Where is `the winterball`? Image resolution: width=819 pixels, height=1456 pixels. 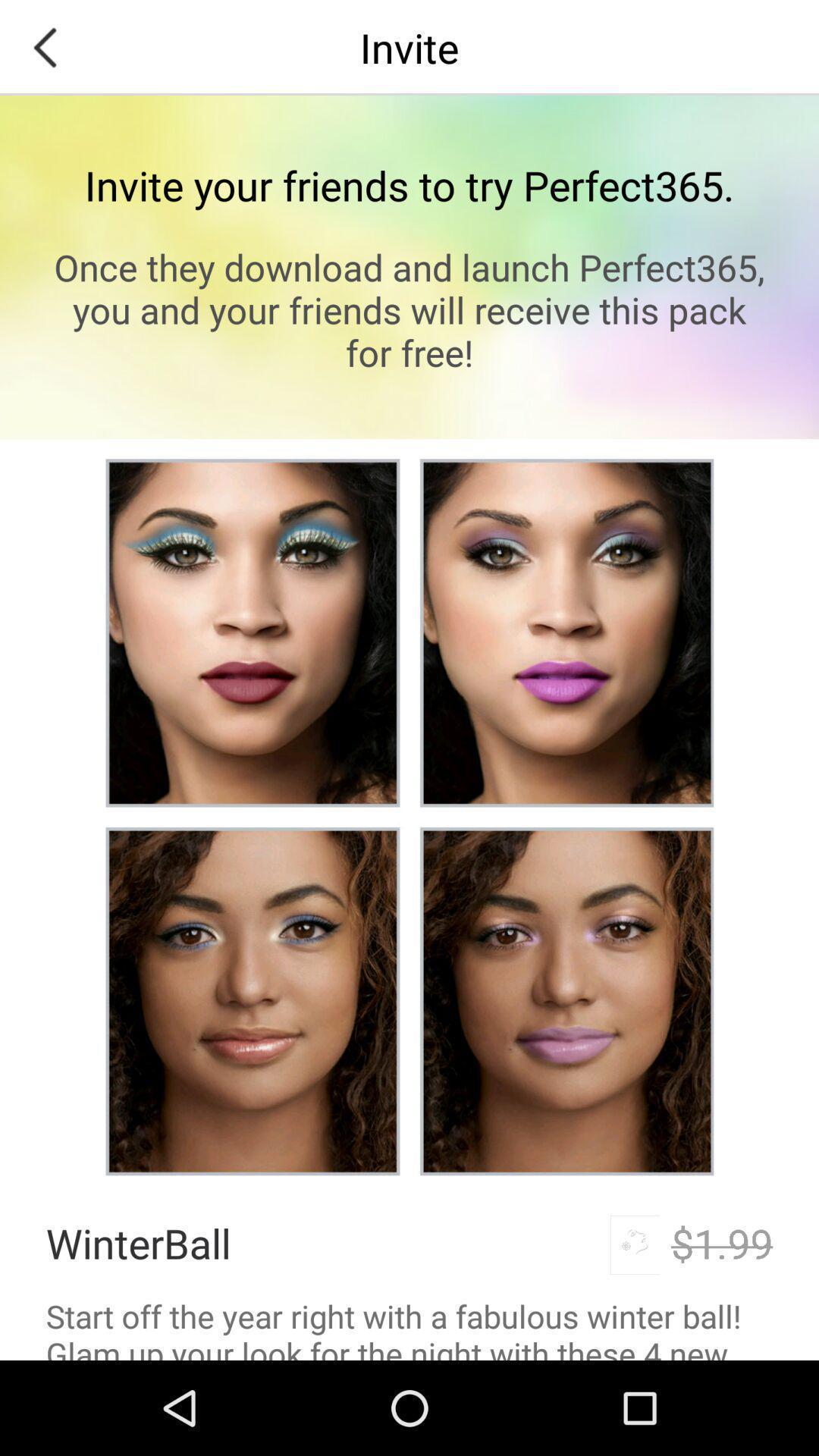 the winterball is located at coordinates (138, 1243).